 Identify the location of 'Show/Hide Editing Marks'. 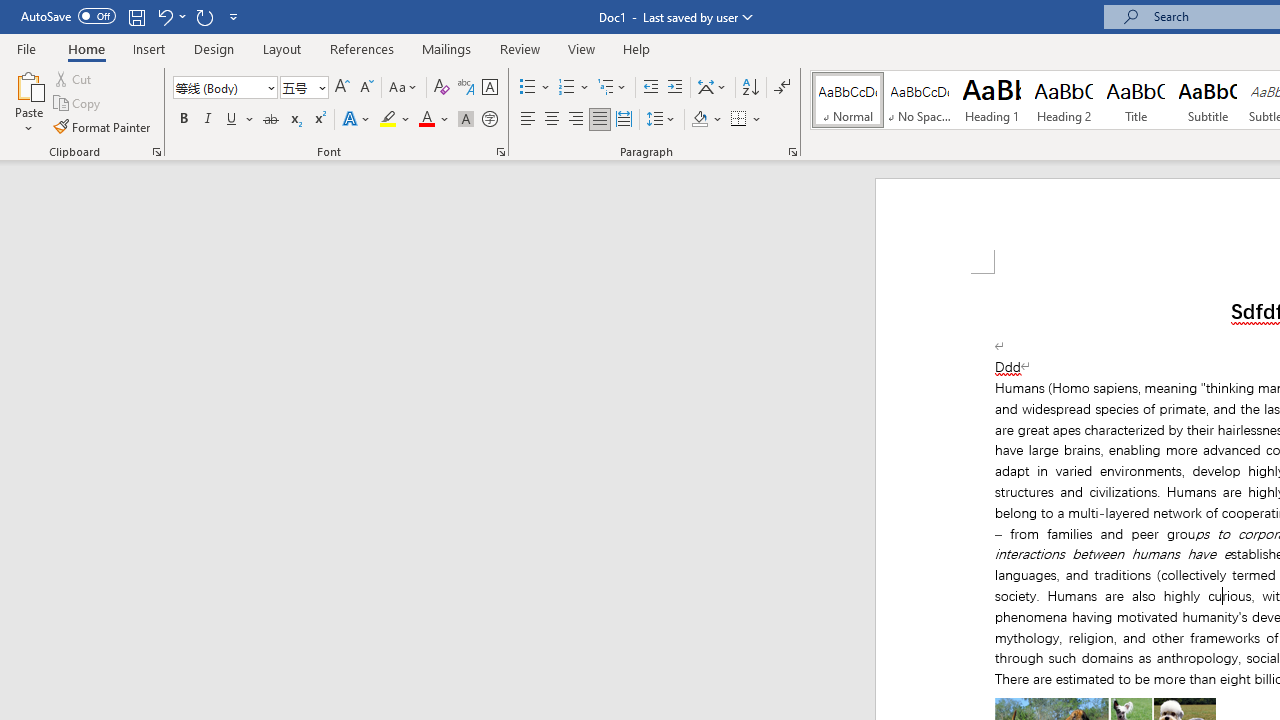
(781, 86).